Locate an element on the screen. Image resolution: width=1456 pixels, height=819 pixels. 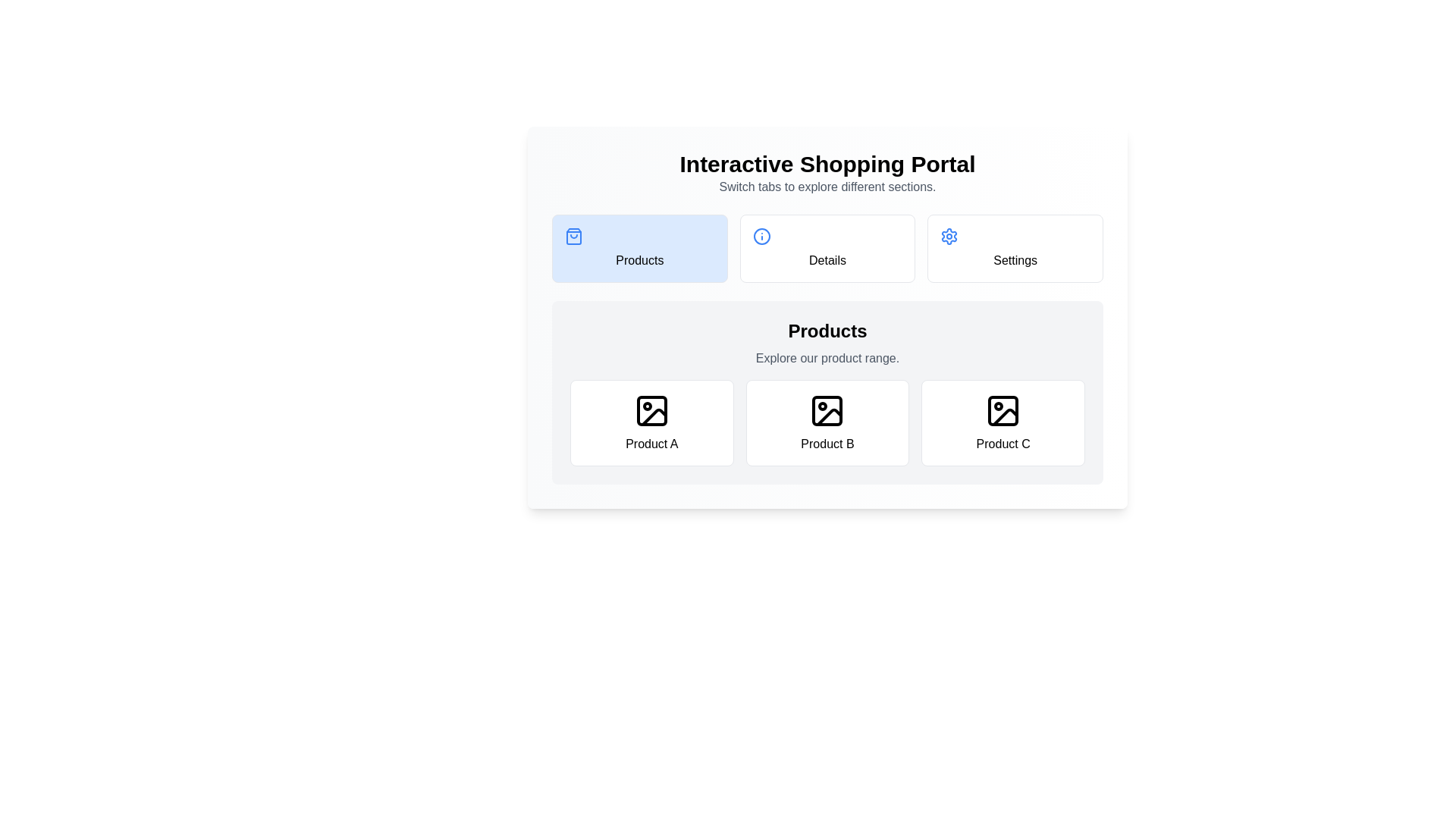
the interactive element Details Tab is located at coordinates (827, 247).